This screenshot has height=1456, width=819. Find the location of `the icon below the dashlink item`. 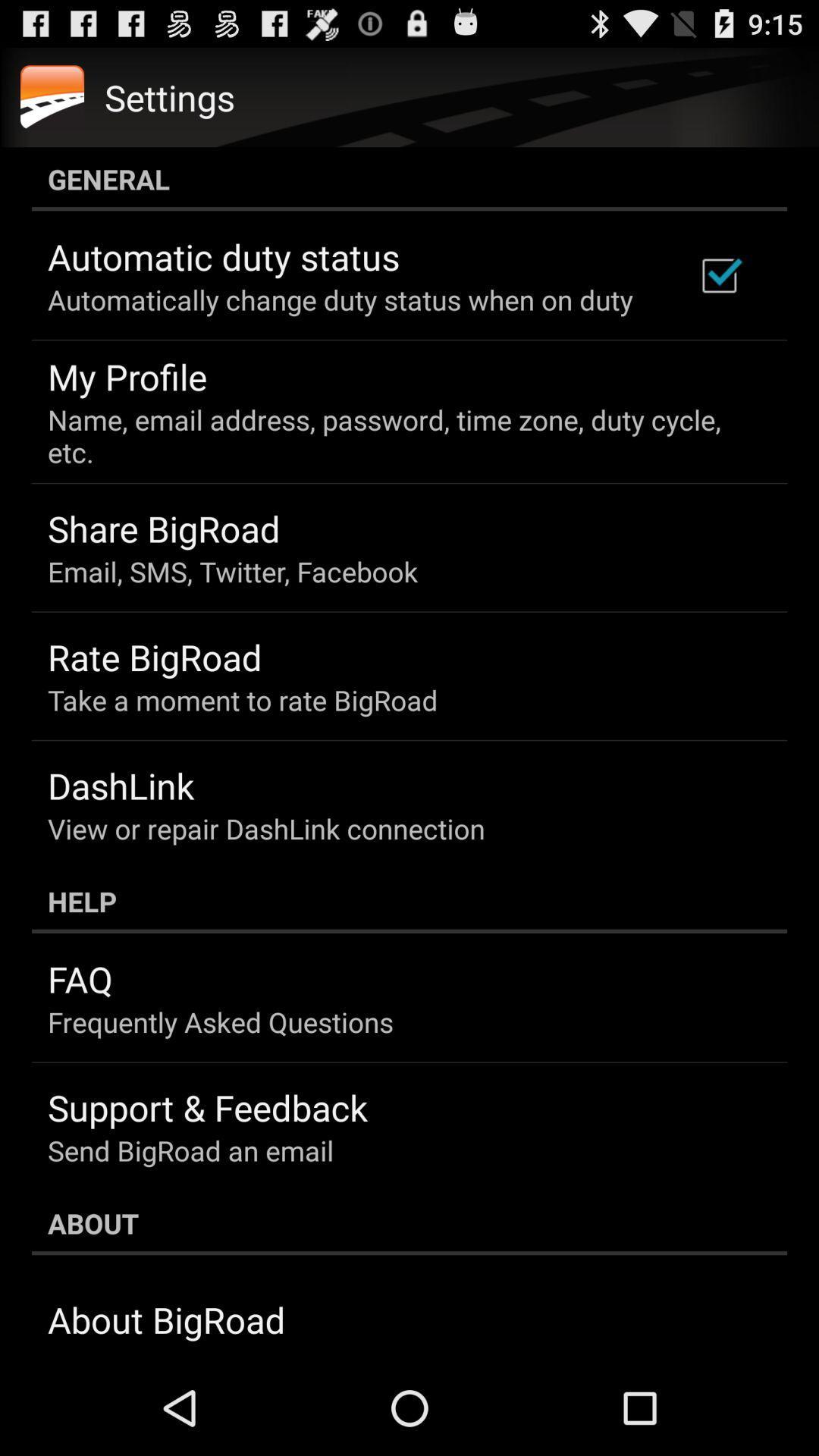

the icon below the dashlink item is located at coordinates (265, 827).